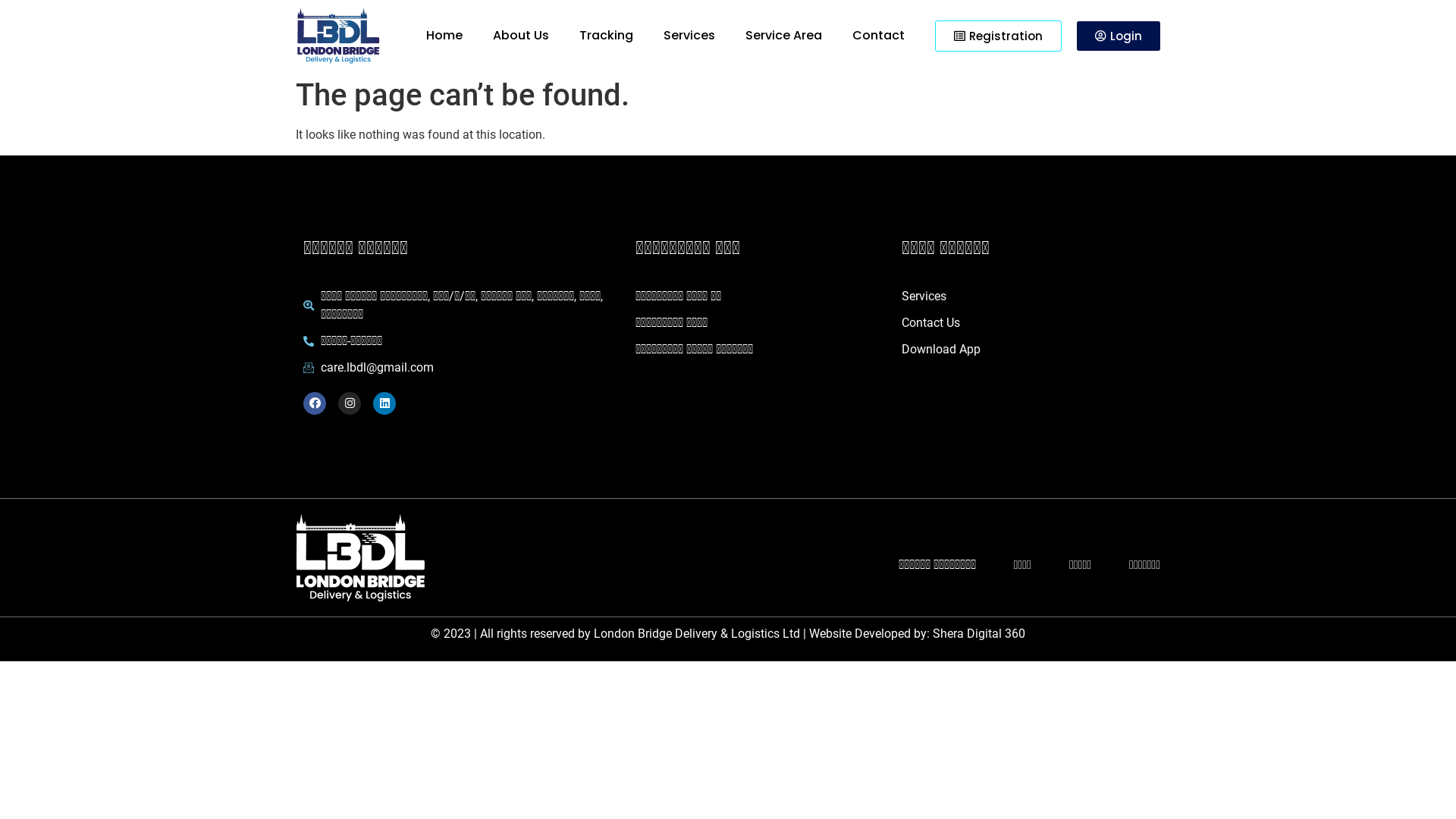 The width and height of the screenshot is (1456, 819). I want to click on 'Tracking', so click(605, 34).